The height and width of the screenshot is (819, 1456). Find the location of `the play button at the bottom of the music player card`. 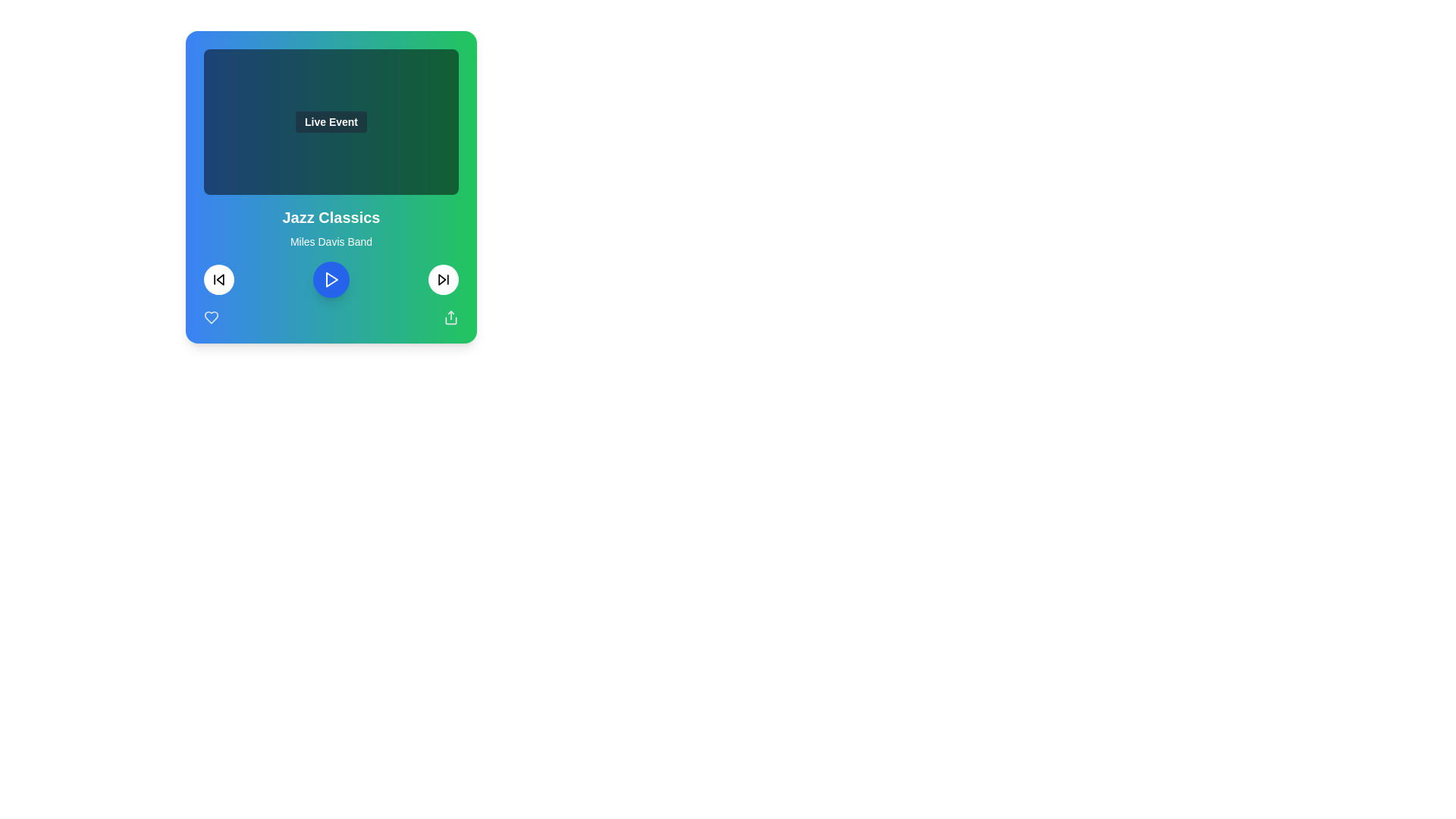

the play button at the bottom of the music player card is located at coordinates (330, 280).